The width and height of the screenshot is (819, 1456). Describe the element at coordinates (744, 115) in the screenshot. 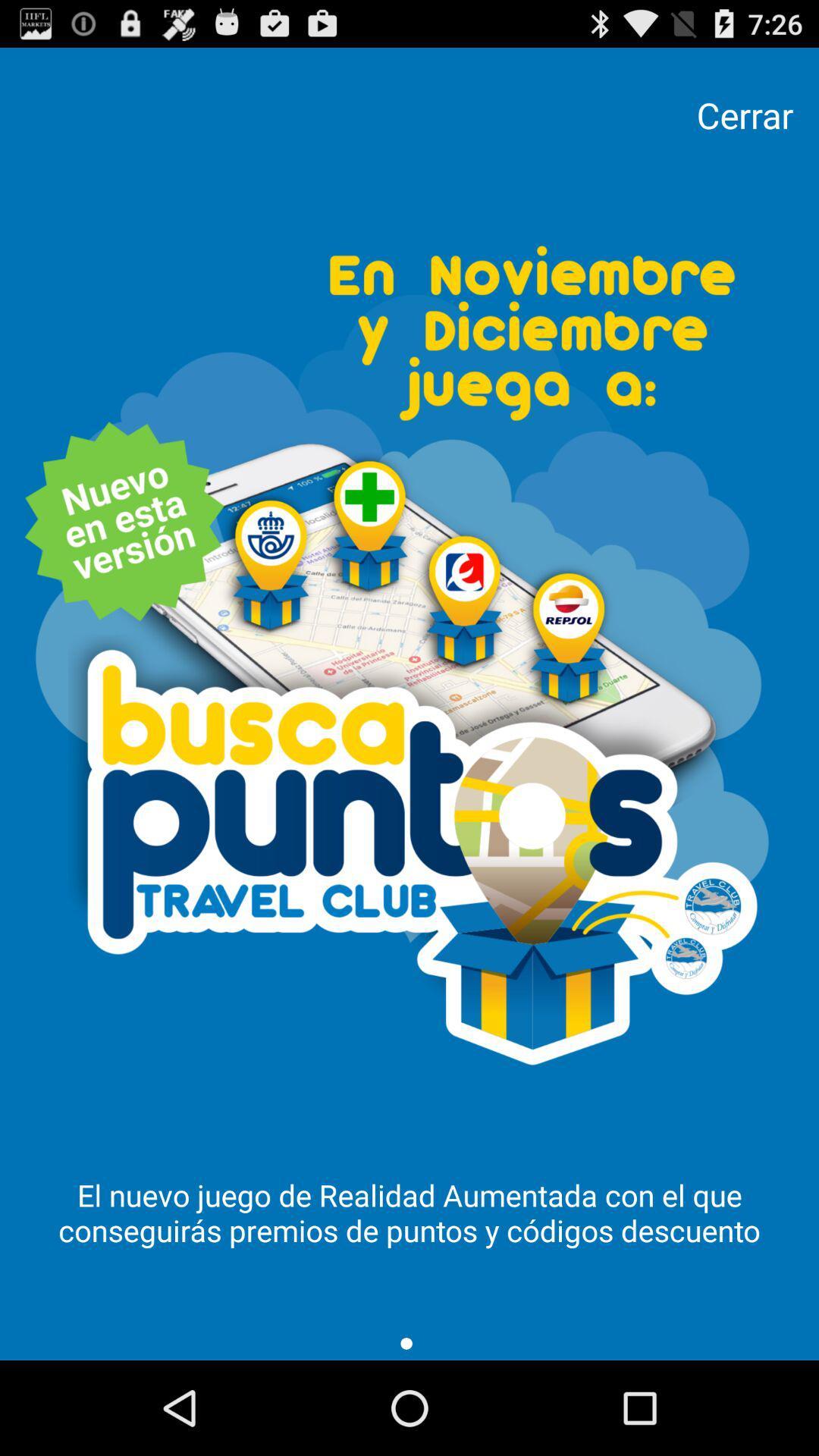

I see `cerrar at the top right corner` at that location.